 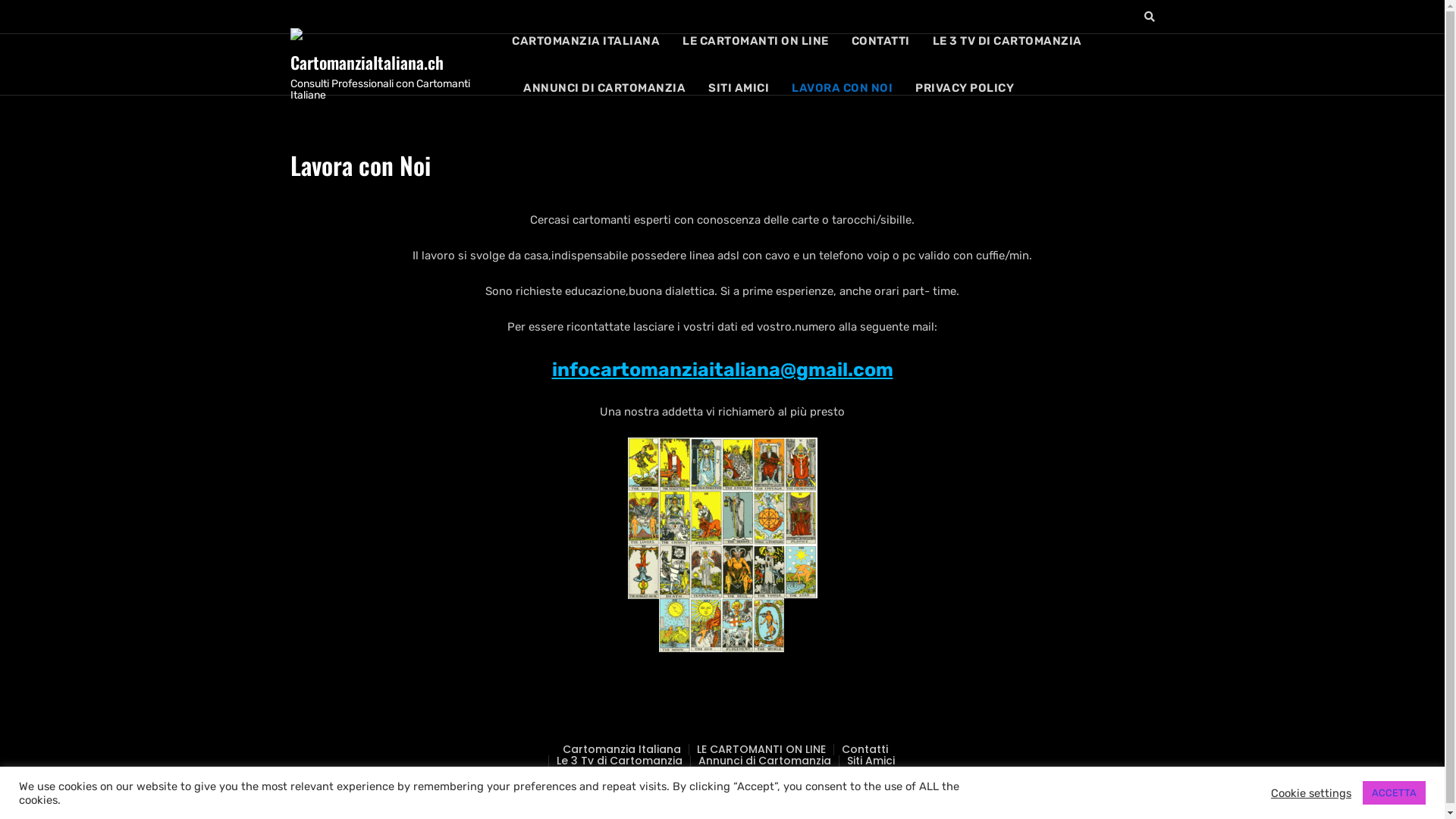 I want to click on 'LE 3 TV DI CARTOMANZIA', so click(x=1006, y=39).